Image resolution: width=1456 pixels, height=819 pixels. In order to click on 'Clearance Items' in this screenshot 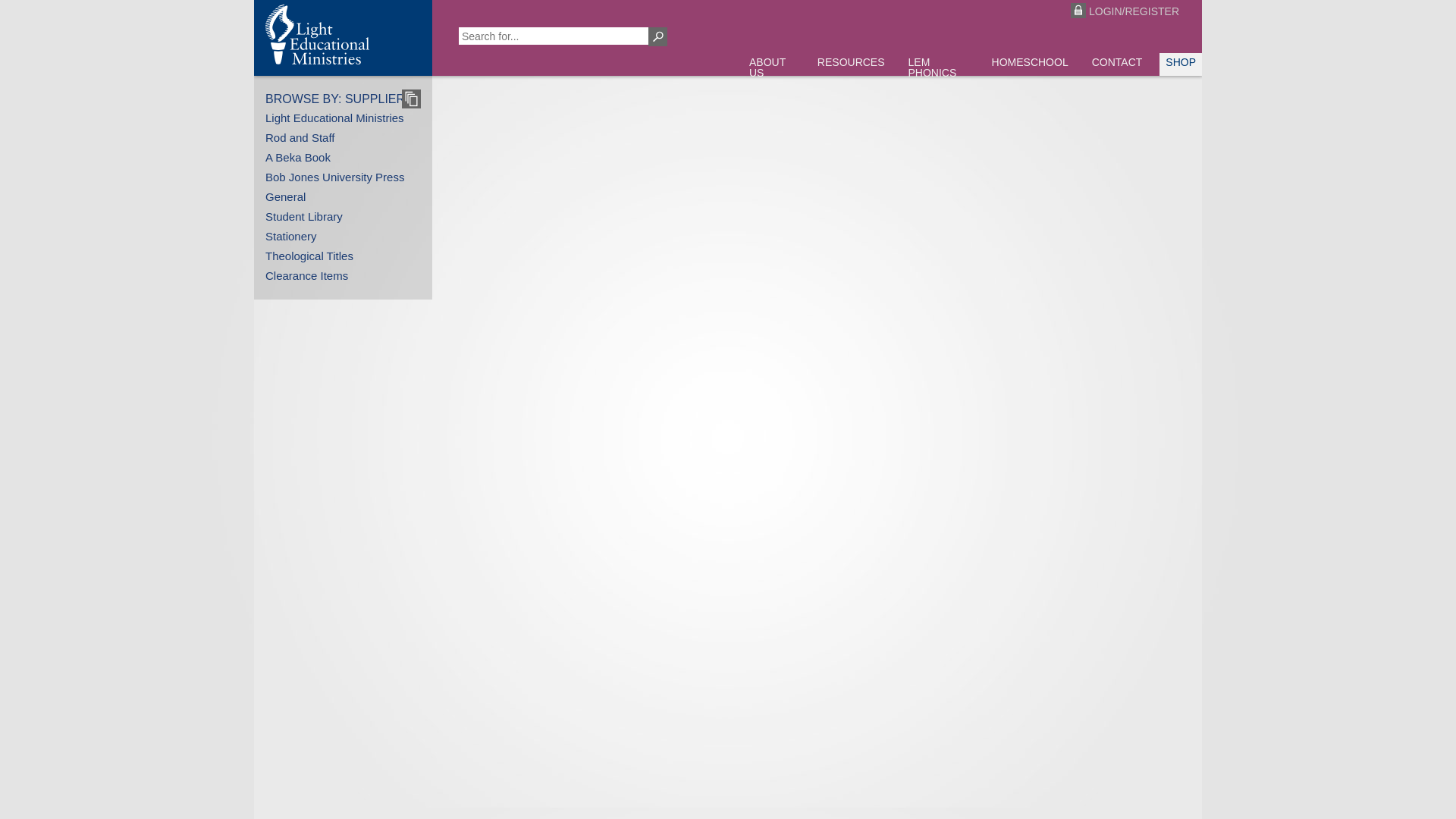, I will do `click(306, 275)`.